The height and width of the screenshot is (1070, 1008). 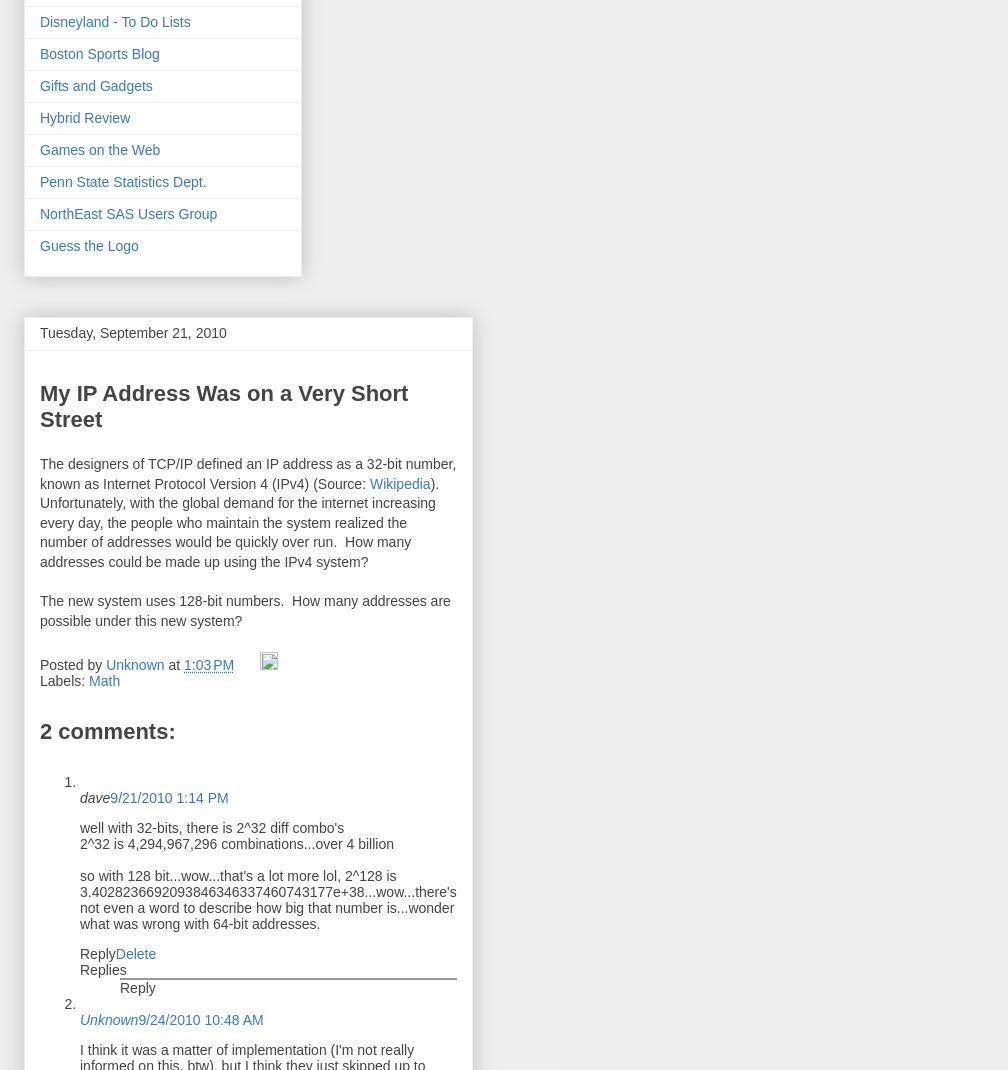 What do you see at coordinates (95, 85) in the screenshot?
I see `'Gifts and Gadgets'` at bounding box center [95, 85].